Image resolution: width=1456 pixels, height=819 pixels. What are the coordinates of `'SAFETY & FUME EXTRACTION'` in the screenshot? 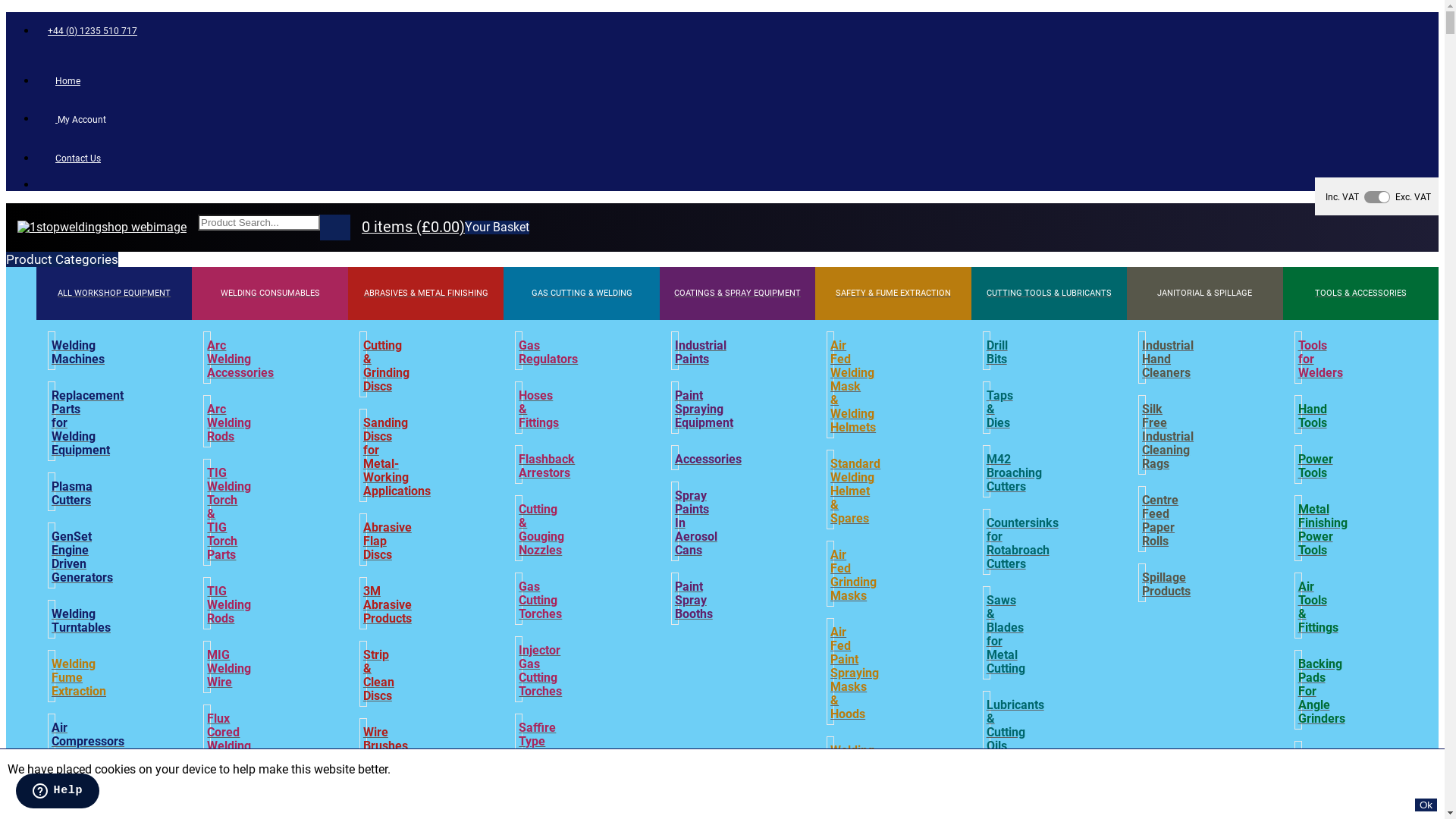 It's located at (814, 293).